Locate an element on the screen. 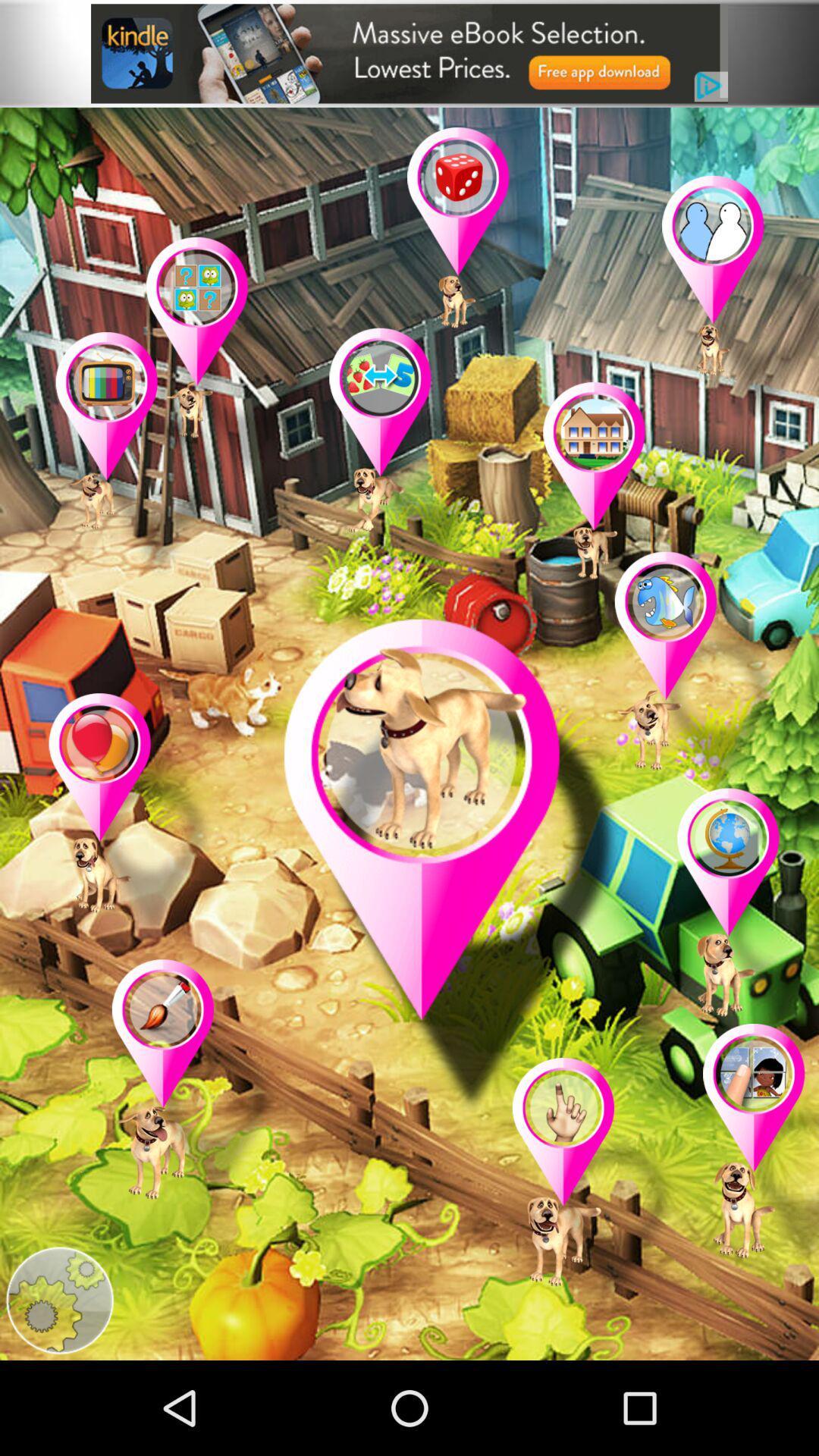 The image size is (819, 1456). the settings icon is located at coordinates (58, 1392).